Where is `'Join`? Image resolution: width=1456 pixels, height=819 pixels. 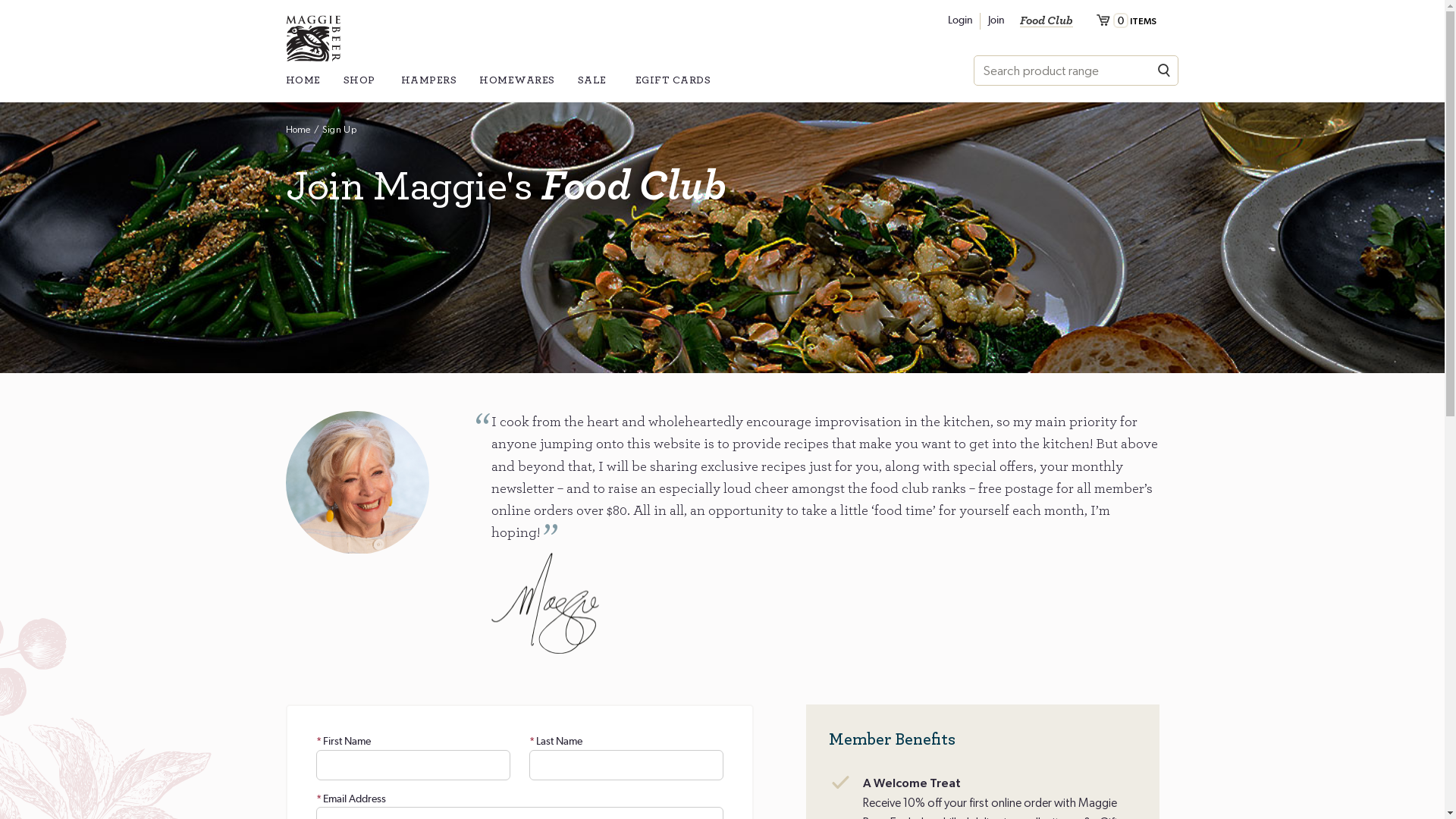
'Join is located at coordinates (1026, 20).